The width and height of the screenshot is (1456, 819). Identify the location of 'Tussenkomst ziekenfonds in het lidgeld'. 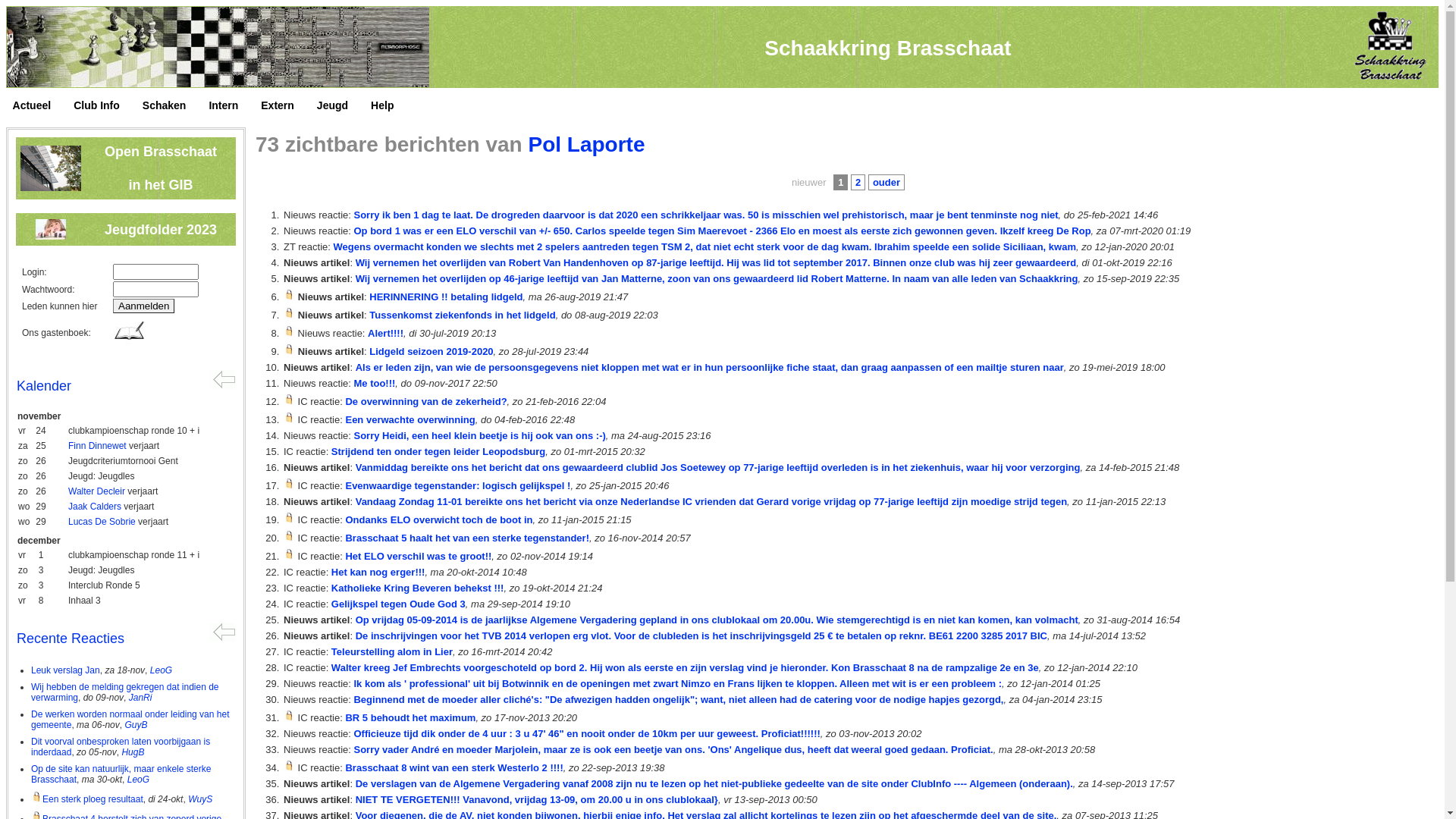
(461, 314).